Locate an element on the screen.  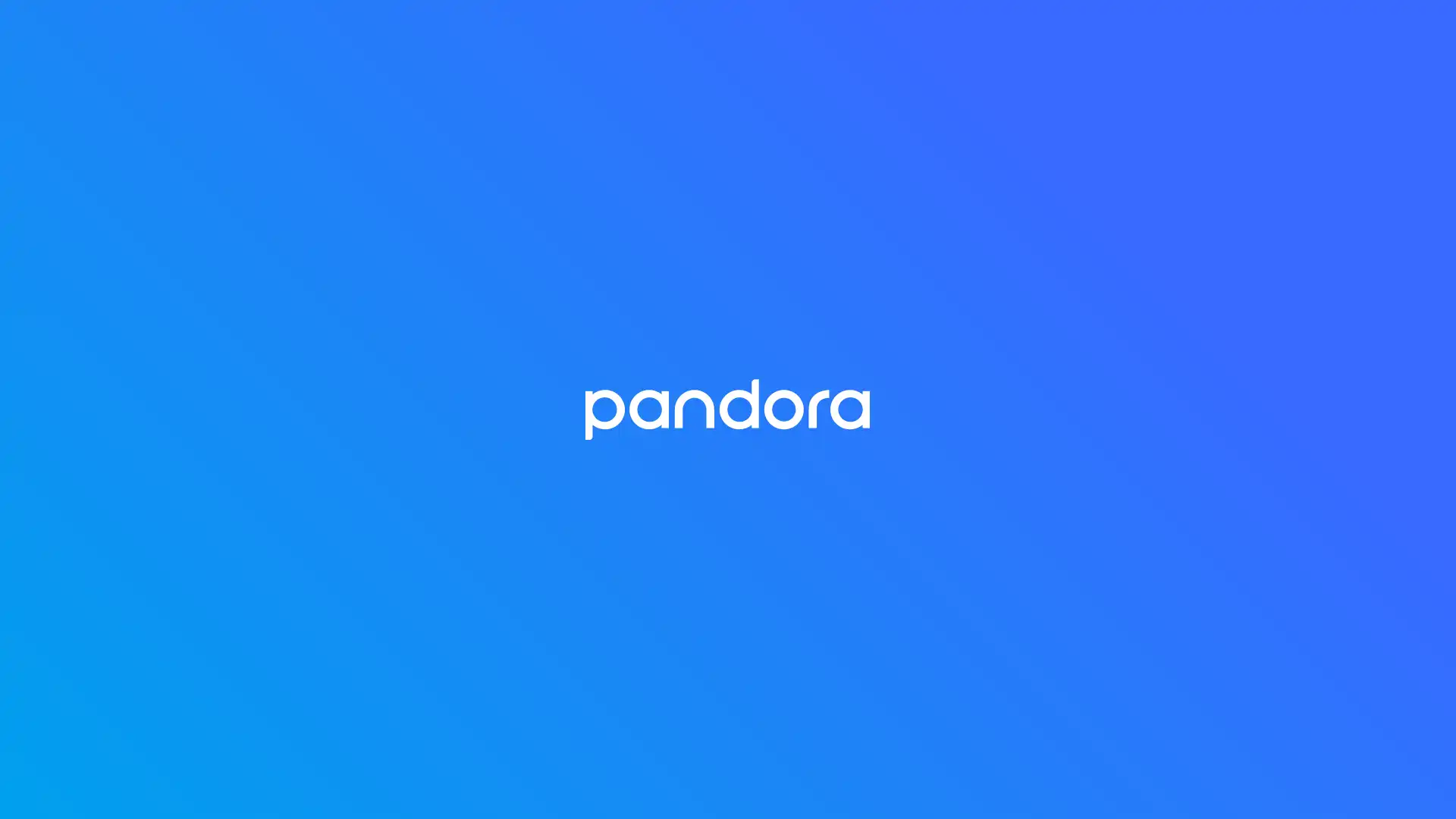
Play 5. Sovereignty, Indigenousness, and Defied Expectations 5. Sovereignty, Indigenousness, and Defied Expectations Nov 18, 2020 32:54 more ... Indigenous people have played a crucial role in shaping modern culture  from art to athletics to automobiles  yet they have largely been excluded from the American narrative. In this episode of The Veritas Lab, we sit down with Professor Philip Deloria  the first tenured professor of Native American studies at Harvard  to learn more about how indigenous studies contributes to the rise of ethnic studies, and how it challenges our very understanding of the United States as a nation. Presented by the Harvard Crimson. Hosted by Katelyn Li and Sanjana Narayanan. Produced by Amanda Su. Podcast art by Margot Shang. is located at coordinates (974, 623).